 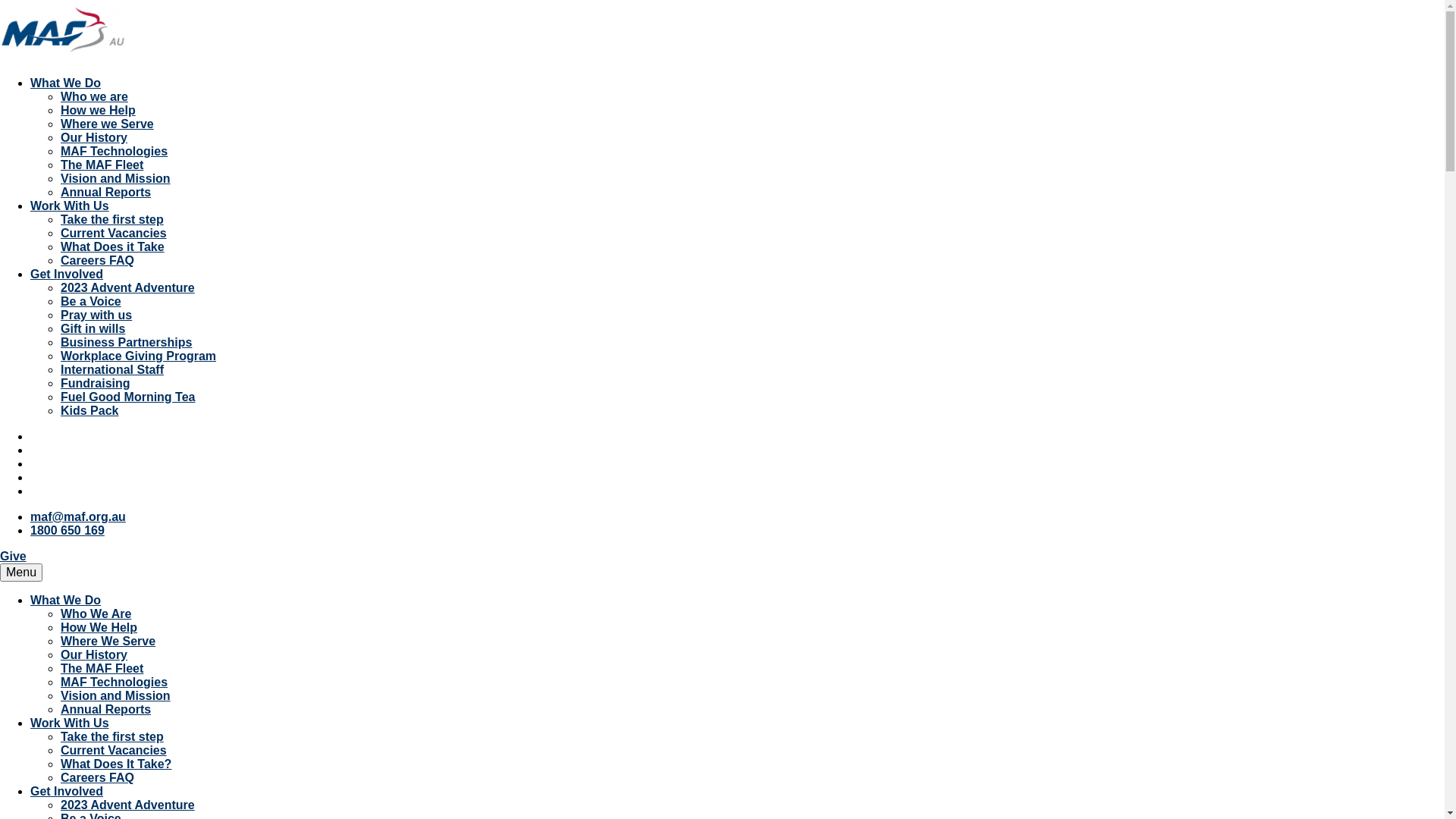 I want to click on 'Gift in wills', so click(x=61, y=328).